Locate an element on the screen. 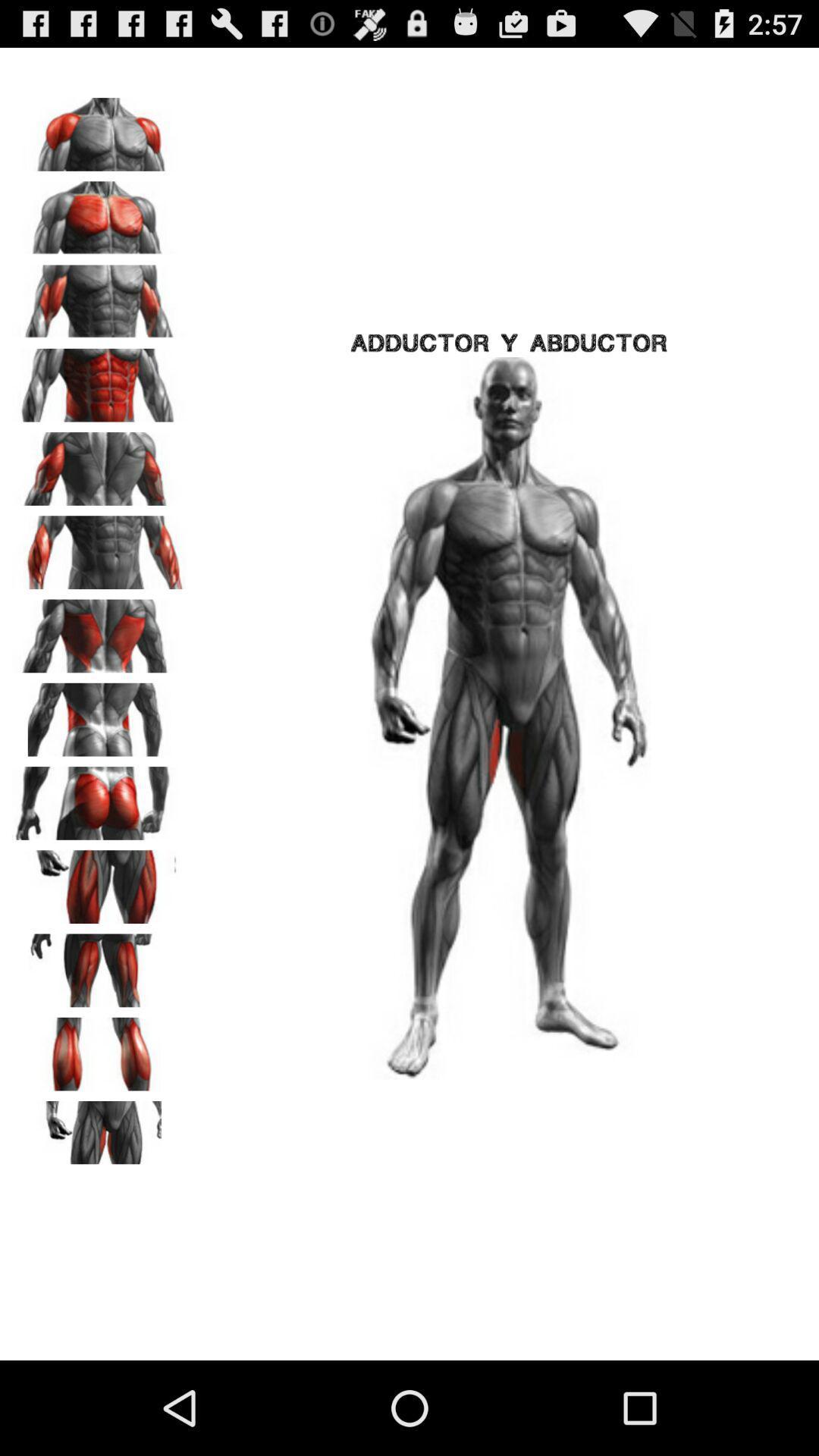 The image size is (819, 1456). muscle is located at coordinates (99, 129).